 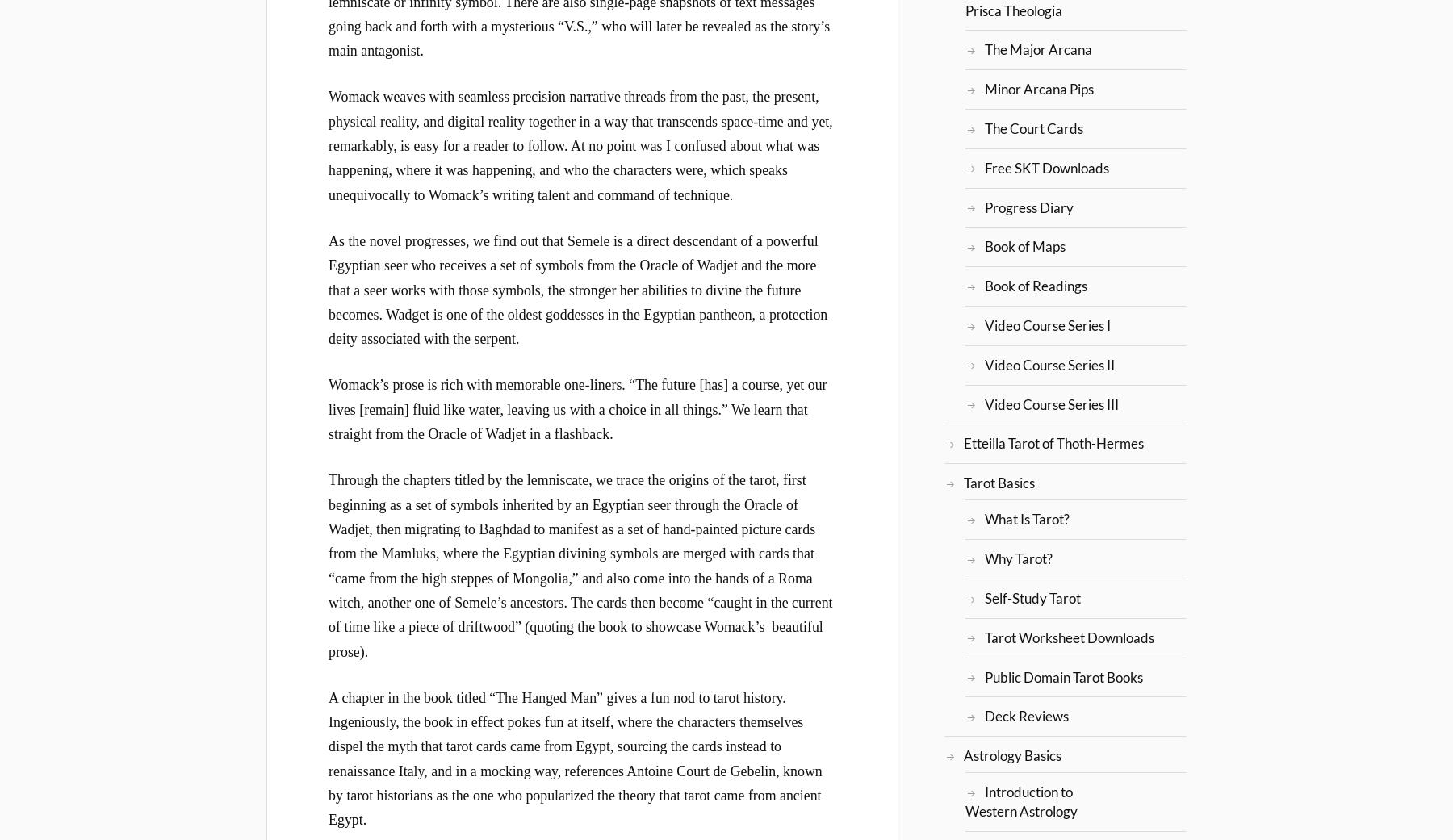 I want to click on 'As the novel progresses, we find out that Semele is a direct descendant of a powerful Egyptian seer who receives a set of symbols from the Oracle of Wadjet and the more that a seer works with those symbols, the stronger her abilities to divine the future becomes. Wadget is one of the oldest goddesses in the Egyptian pantheon, a protection deity associated with the serpent.', so click(x=577, y=290).